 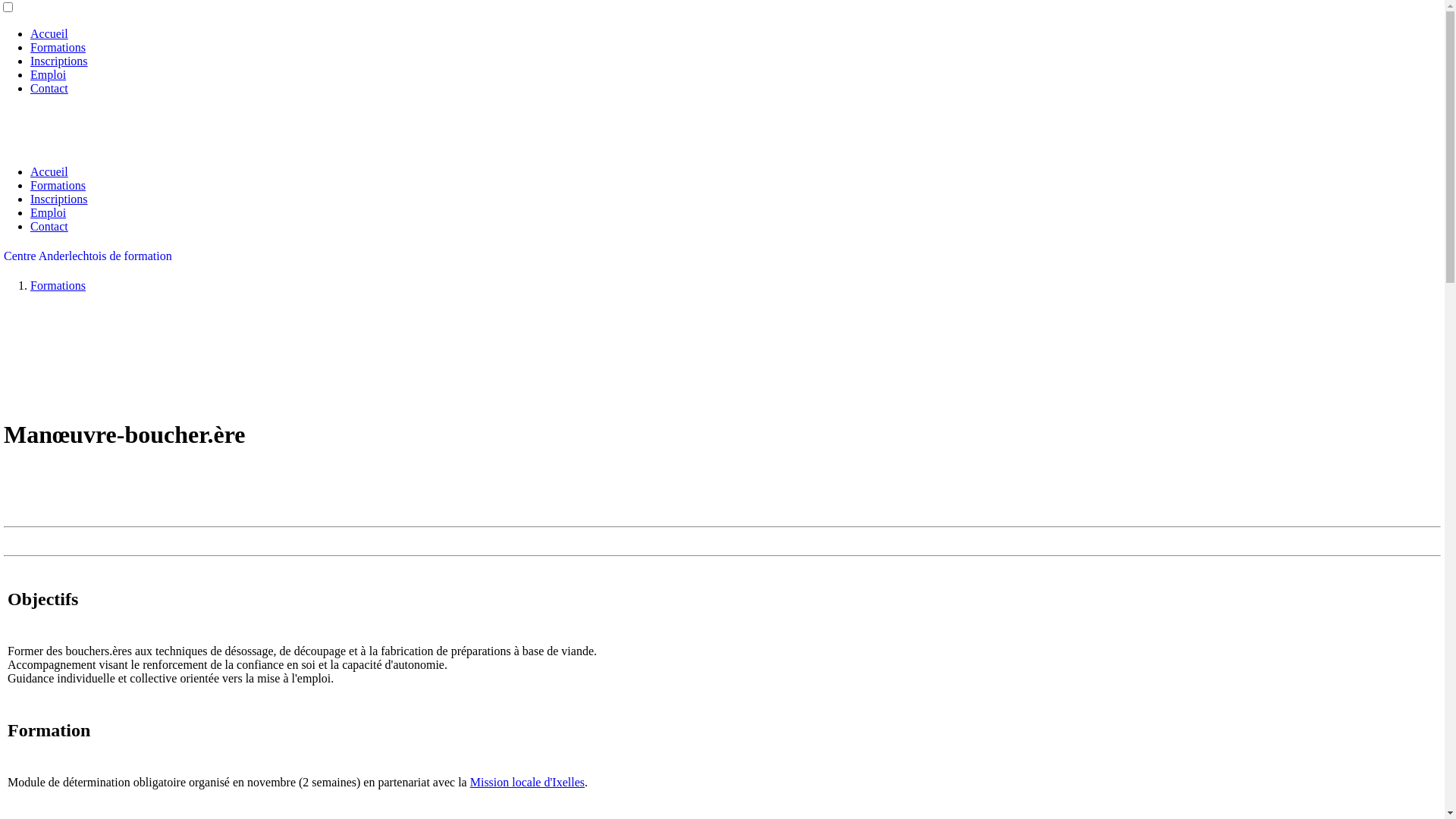 What do you see at coordinates (58, 60) in the screenshot?
I see `'Inscriptions'` at bounding box center [58, 60].